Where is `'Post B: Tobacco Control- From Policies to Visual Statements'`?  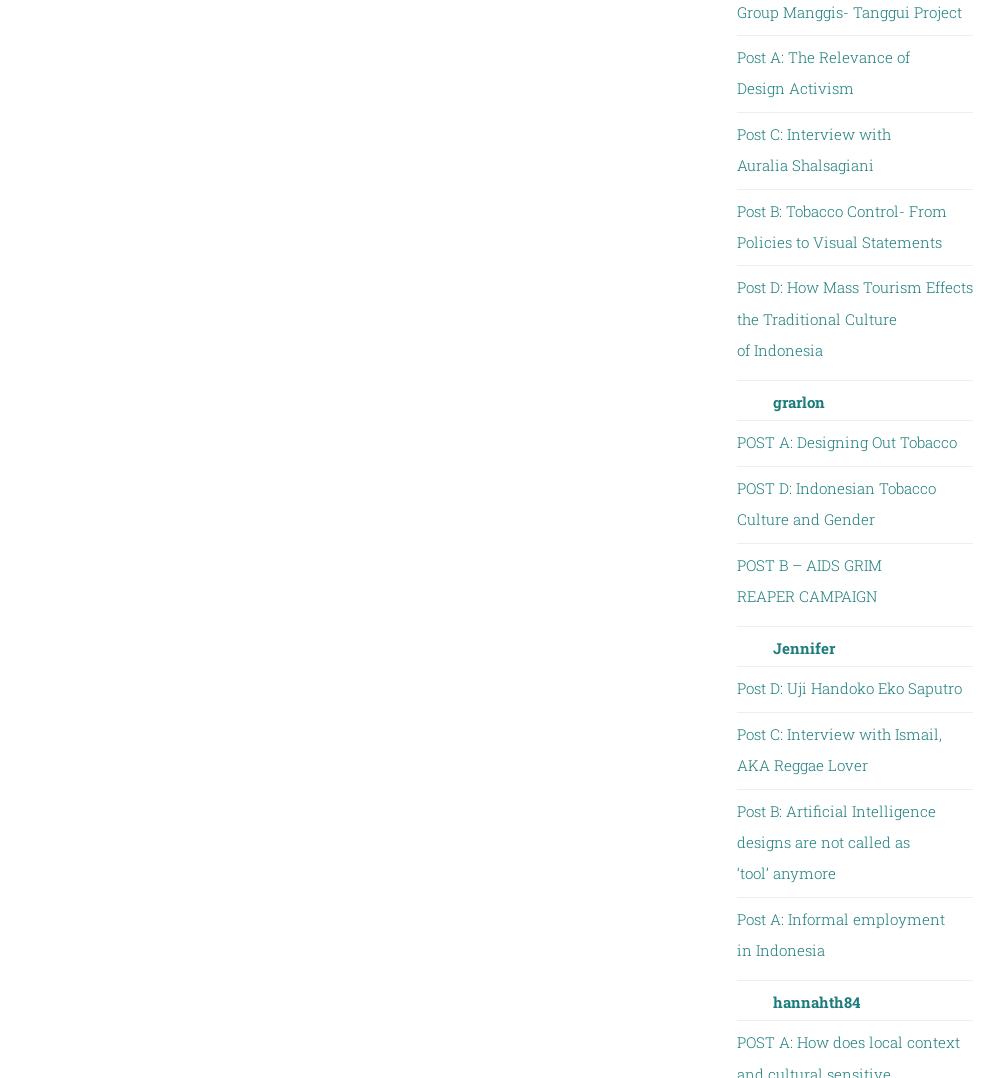 'Post B: Tobacco Control- From Policies to Visual Statements' is located at coordinates (840, 225).